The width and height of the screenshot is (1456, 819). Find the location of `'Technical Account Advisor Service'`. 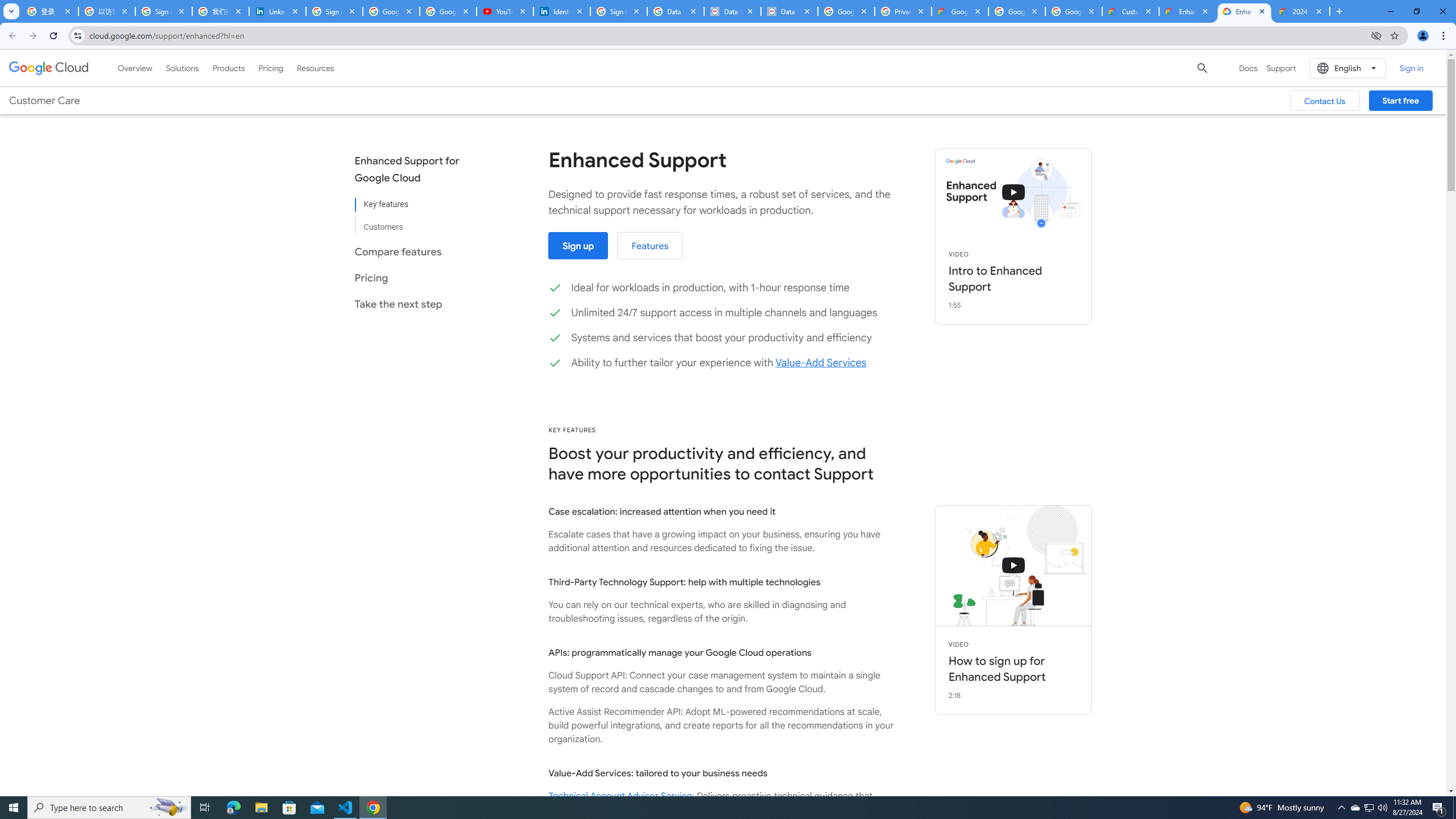

'Technical Account Advisor Service' is located at coordinates (619, 795).